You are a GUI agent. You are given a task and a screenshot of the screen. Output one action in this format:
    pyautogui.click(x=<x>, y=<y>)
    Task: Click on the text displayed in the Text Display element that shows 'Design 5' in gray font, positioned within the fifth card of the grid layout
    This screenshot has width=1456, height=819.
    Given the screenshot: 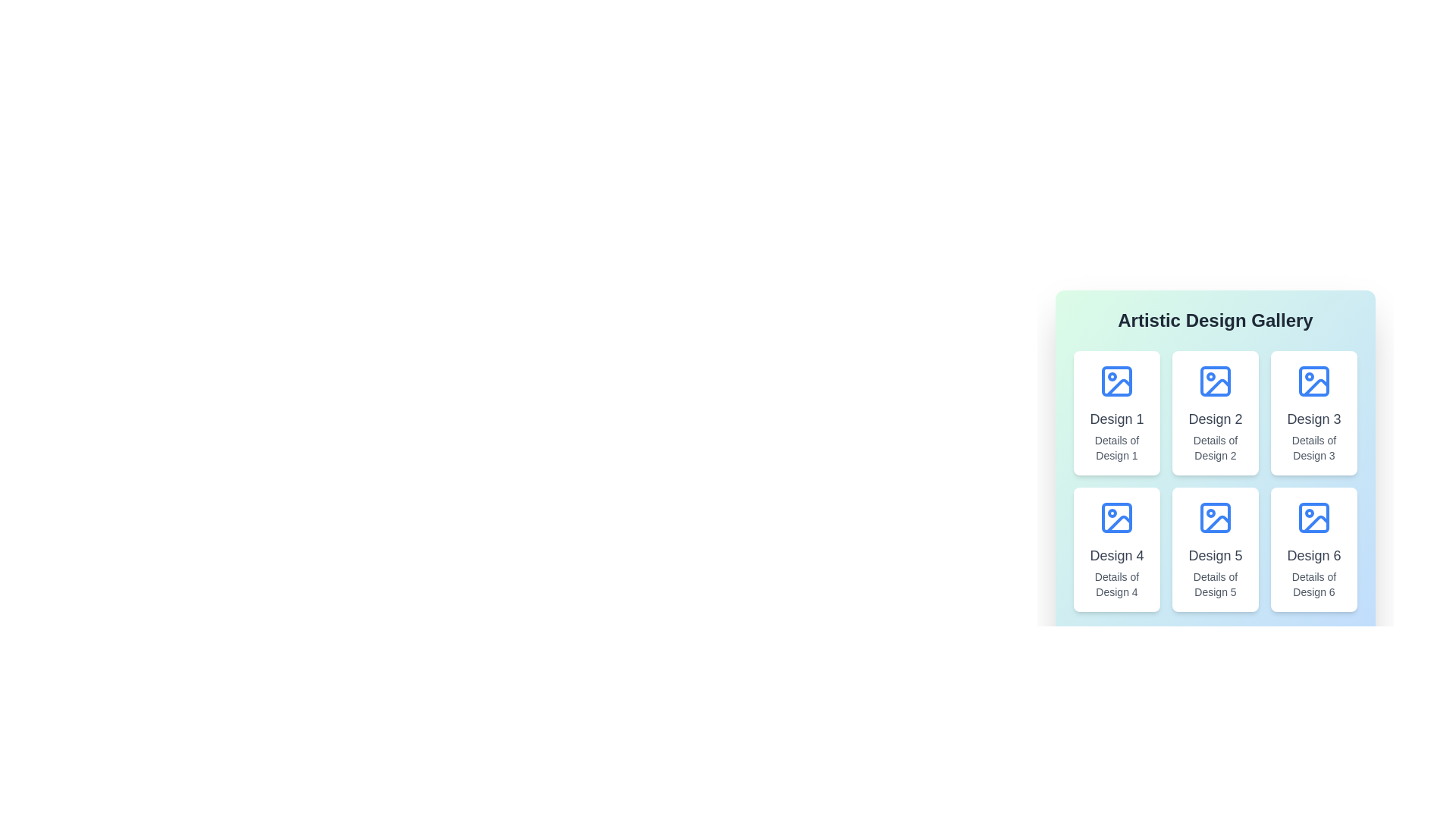 What is the action you would take?
    pyautogui.click(x=1216, y=555)
    